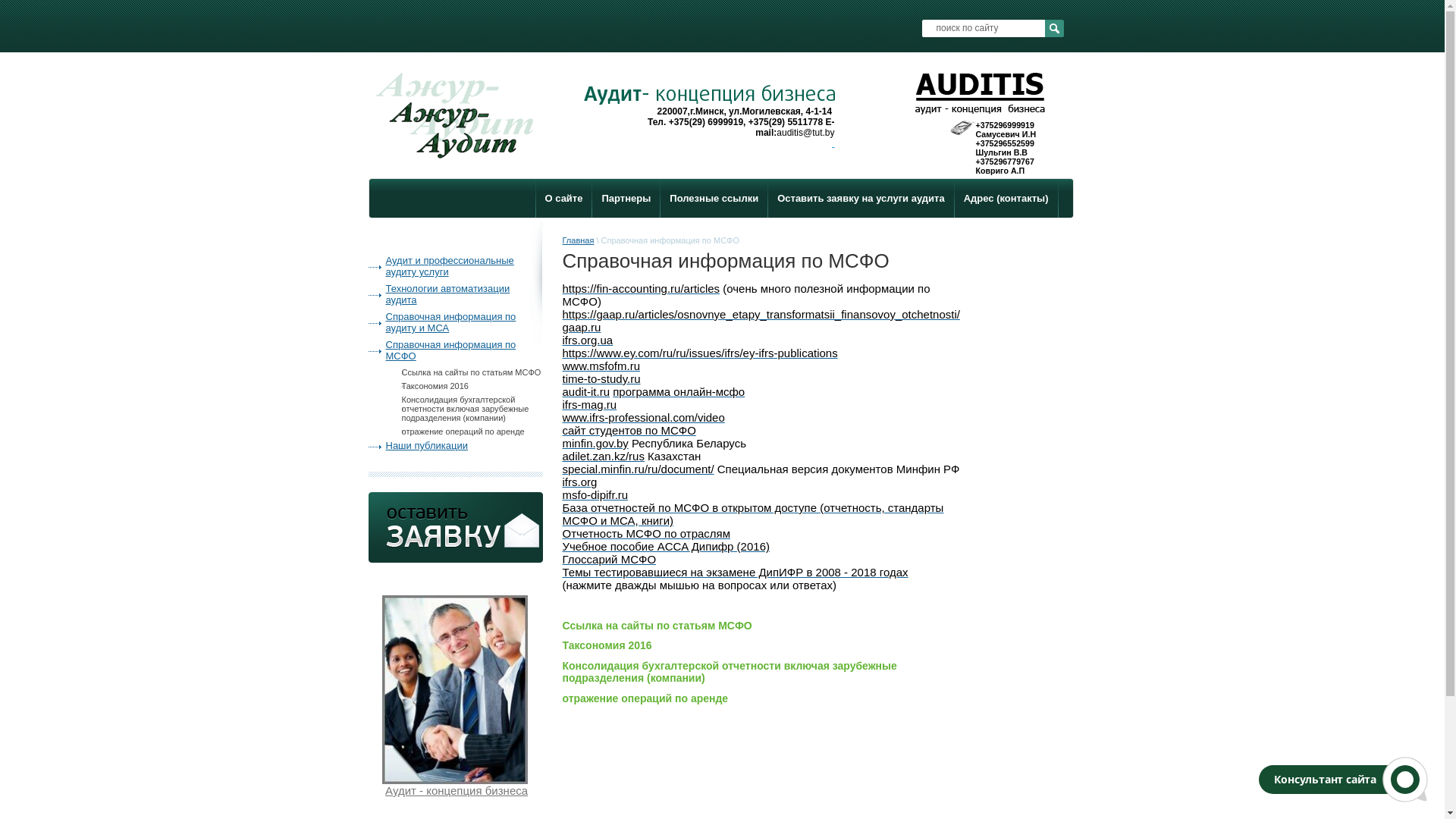 The image size is (1456, 819). What do you see at coordinates (579, 482) in the screenshot?
I see `'ifrs.org'` at bounding box center [579, 482].